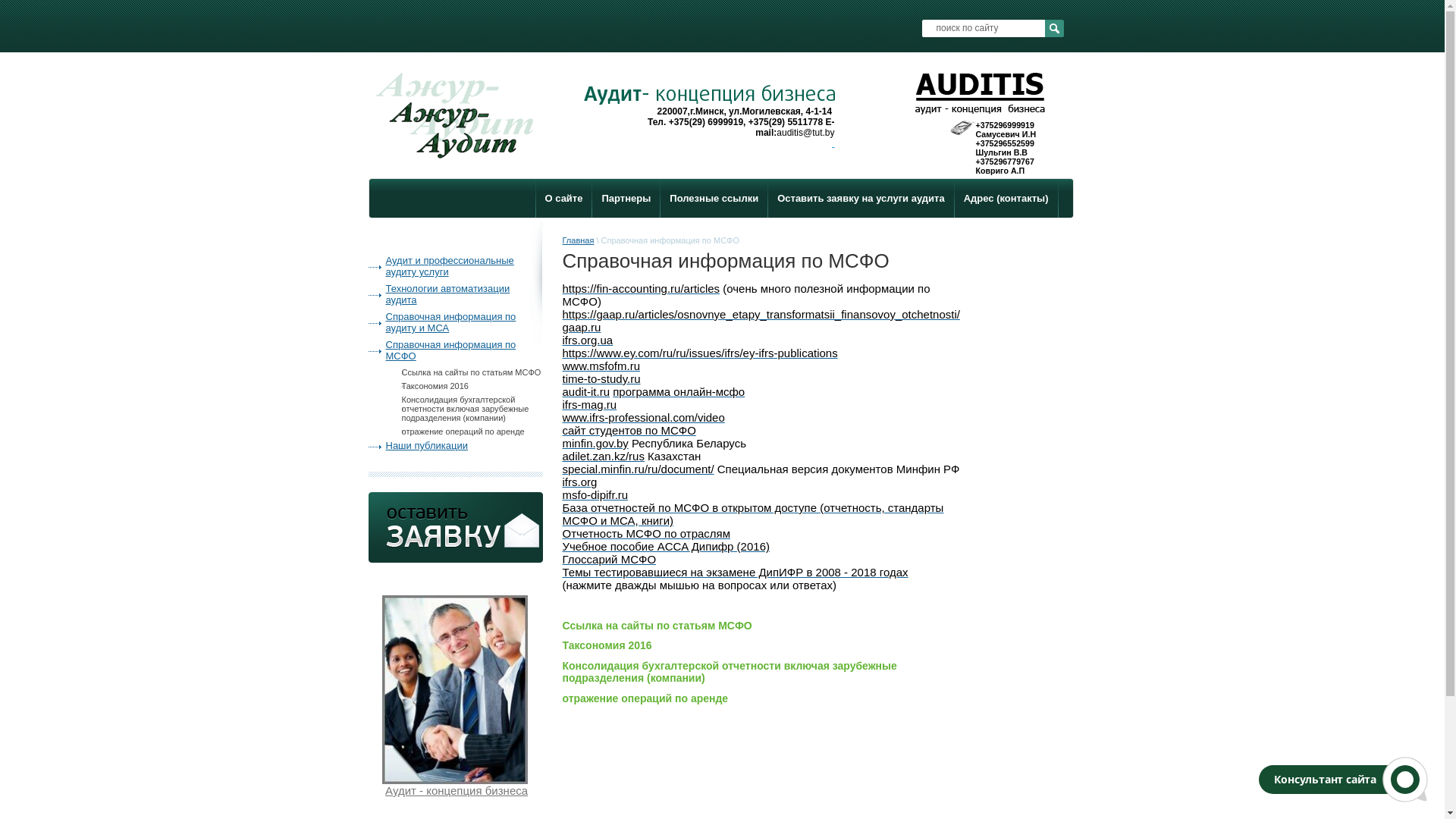 The image size is (1456, 819). What do you see at coordinates (579, 482) in the screenshot?
I see `'ifrs.org'` at bounding box center [579, 482].